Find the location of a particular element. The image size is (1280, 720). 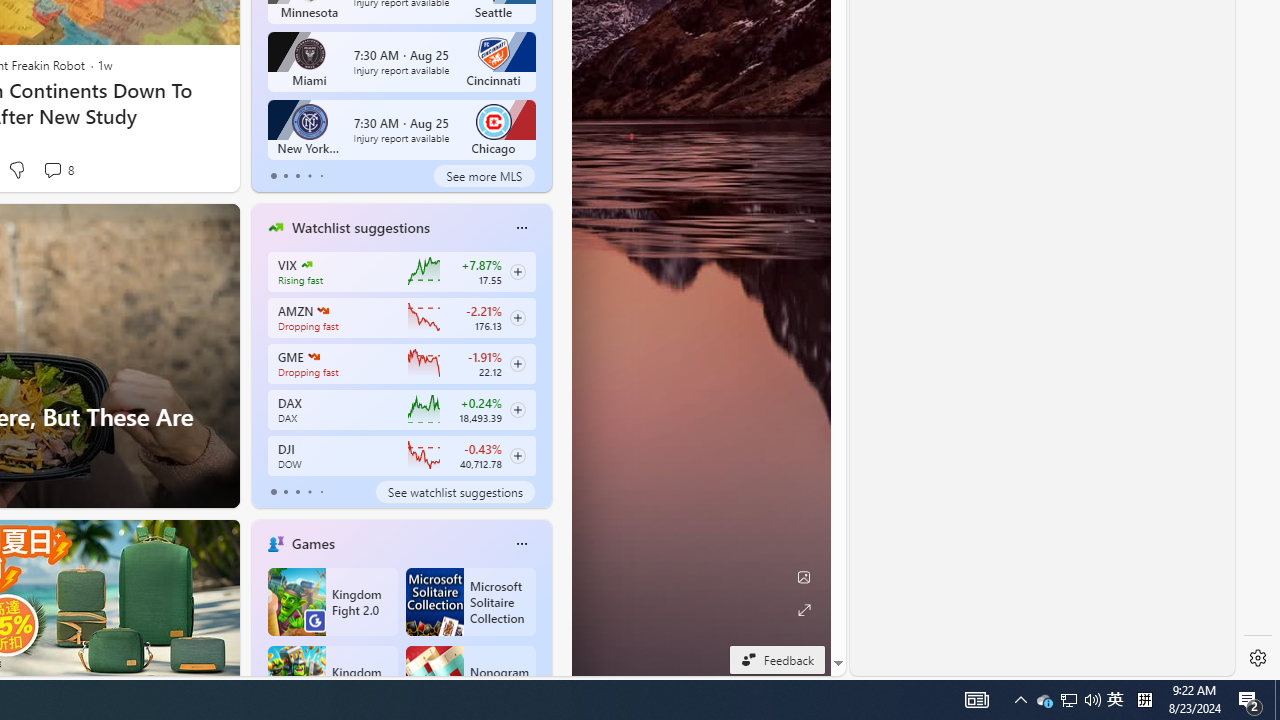

'Expand background' is located at coordinates (803, 609).